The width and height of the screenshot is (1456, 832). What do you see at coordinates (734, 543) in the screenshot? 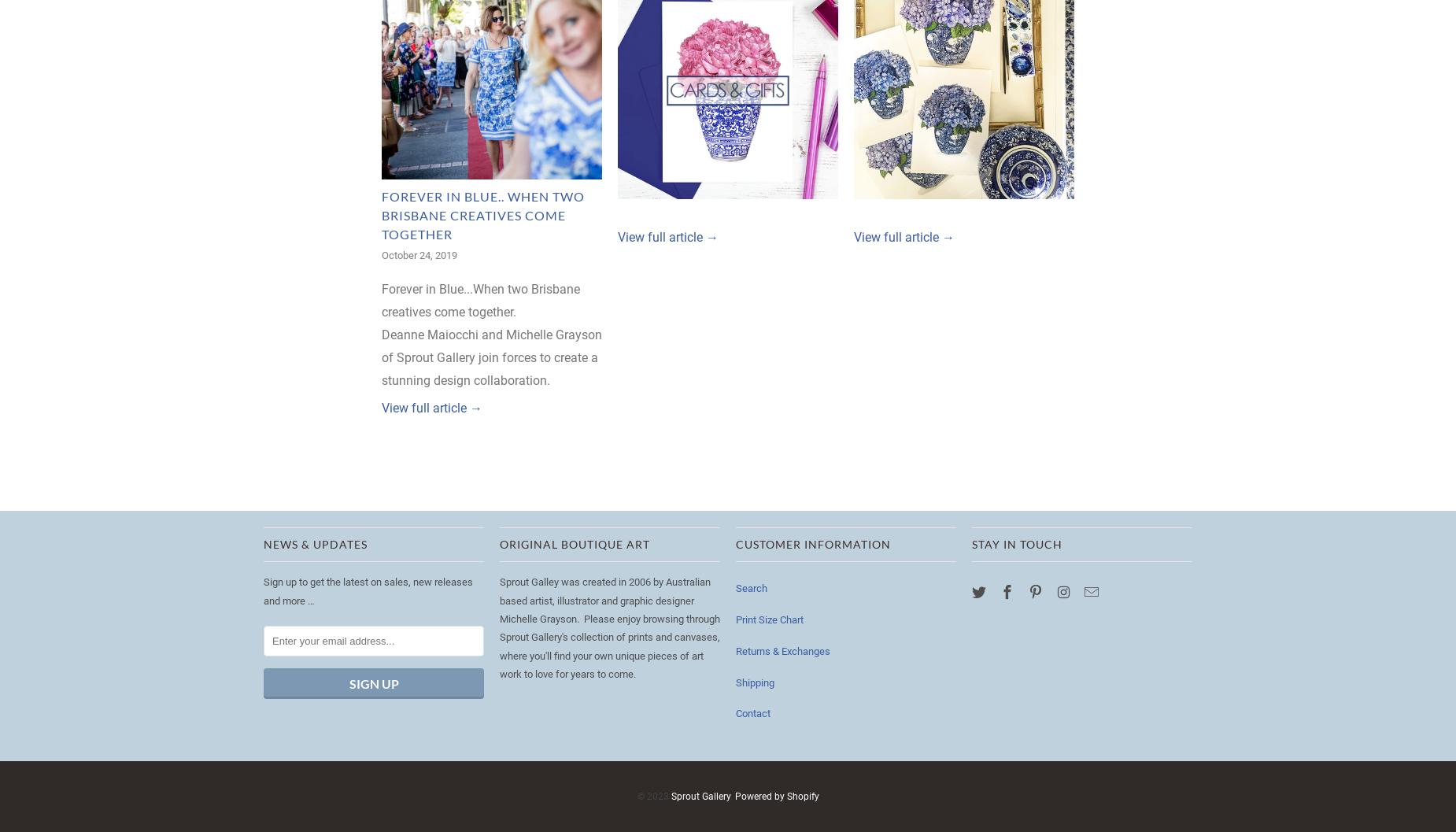
I see `'Customer Information'` at bounding box center [734, 543].